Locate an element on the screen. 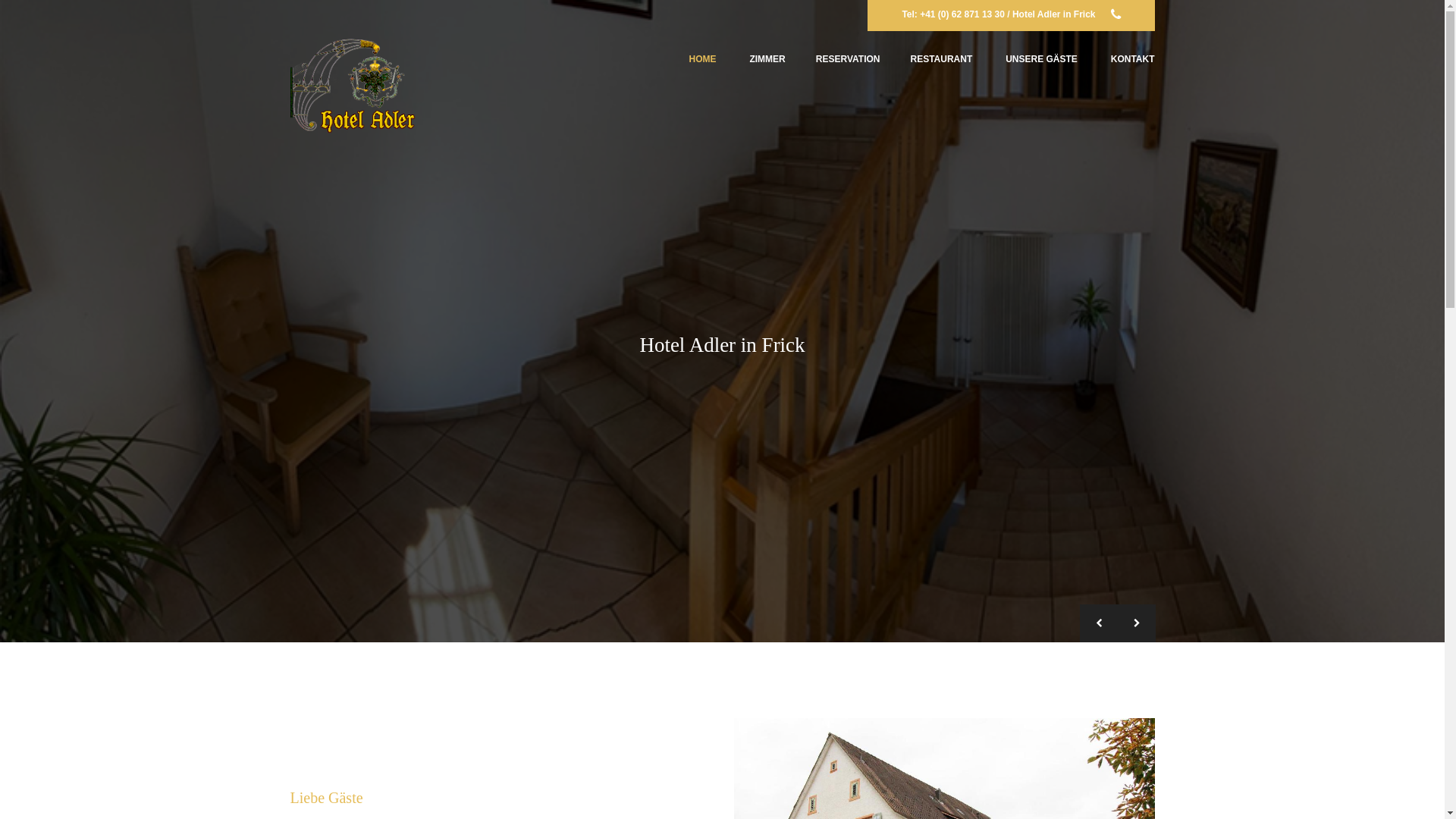 The height and width of the screenshot is (819, 1456). 'KONTAKT' is located at coordinates (1110, 58).